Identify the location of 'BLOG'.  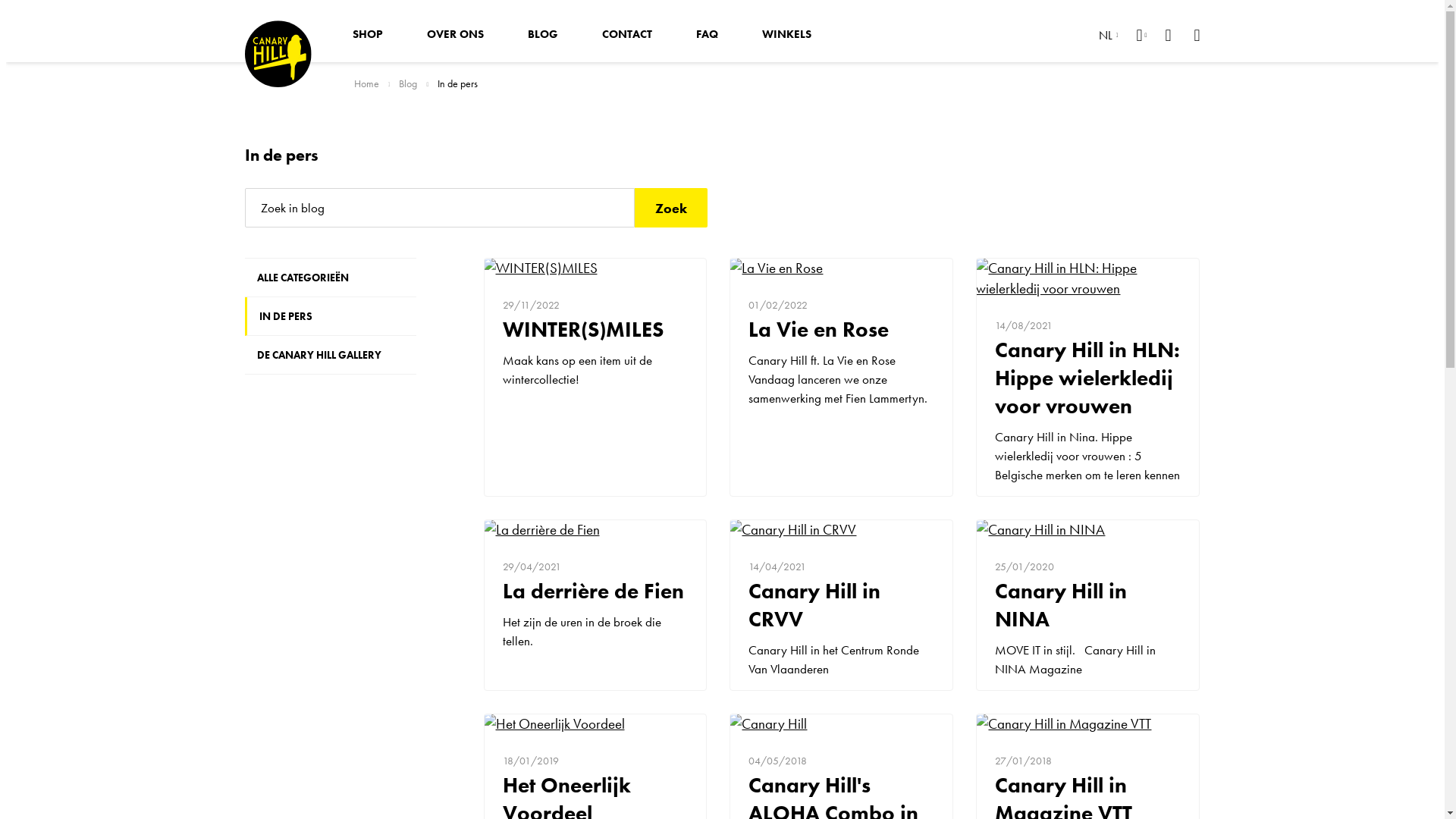
(542, 34).